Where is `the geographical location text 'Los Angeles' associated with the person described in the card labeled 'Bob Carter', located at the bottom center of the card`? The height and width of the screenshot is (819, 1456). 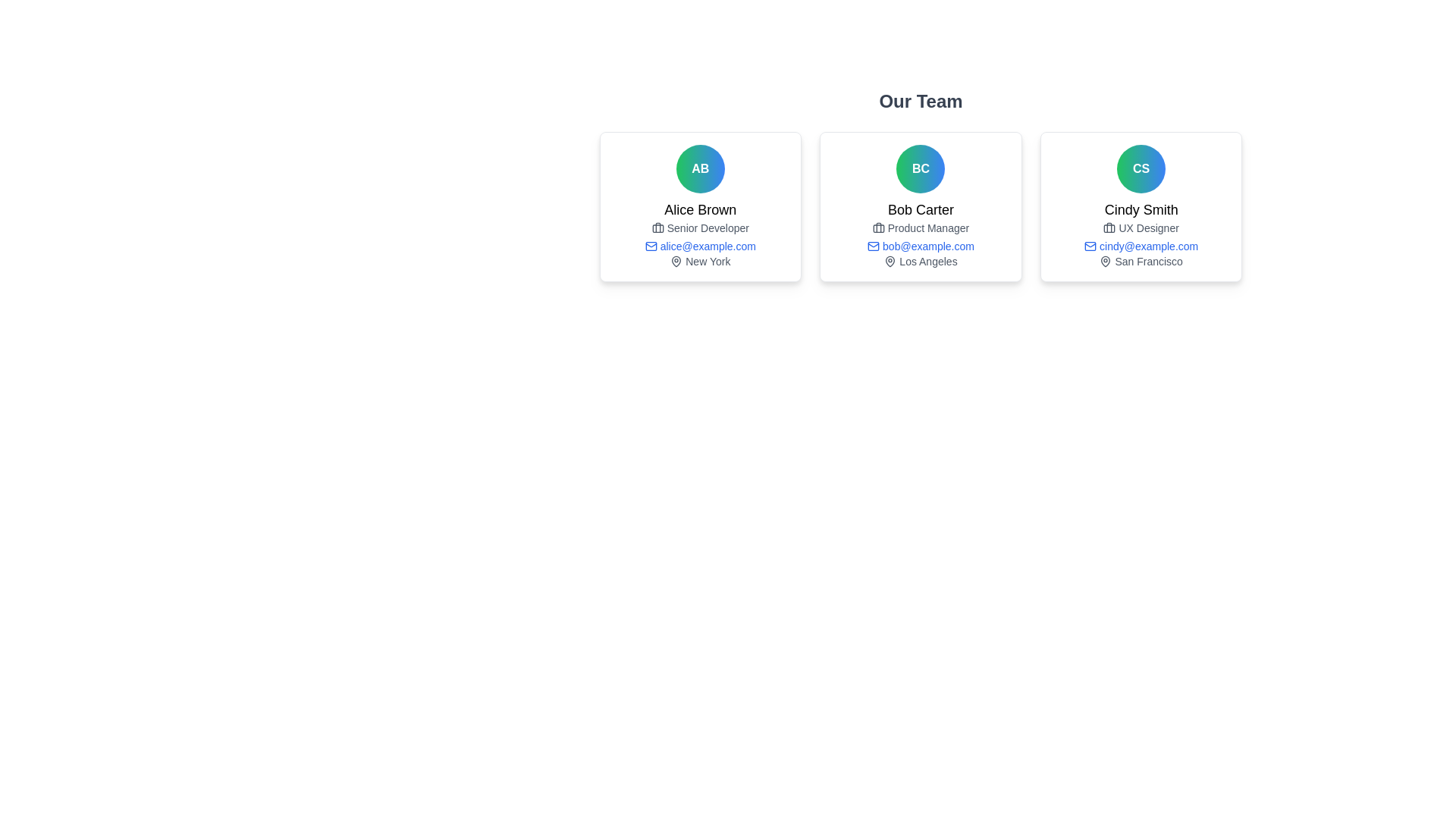
the geographical location text 'Los Angeles' associated with the person described in the card labeled 'Bob Carter', located at the bottom center of the card is located at coordinates (920, 260).